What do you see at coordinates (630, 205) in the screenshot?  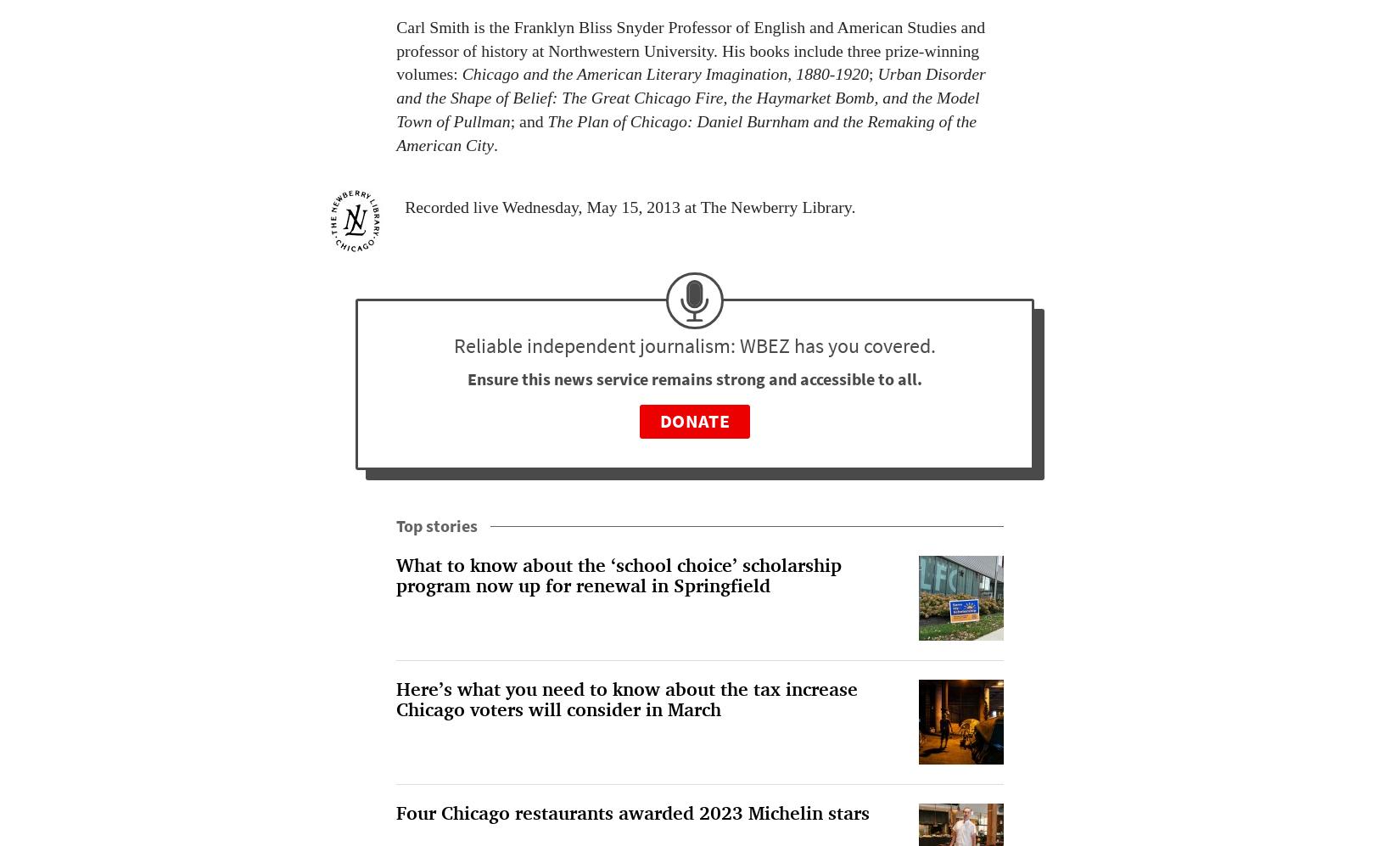 I see `'Recorded live Wednesday, May 15, 2013 at The Newberry Library.'` at bounding box center [630, 205].